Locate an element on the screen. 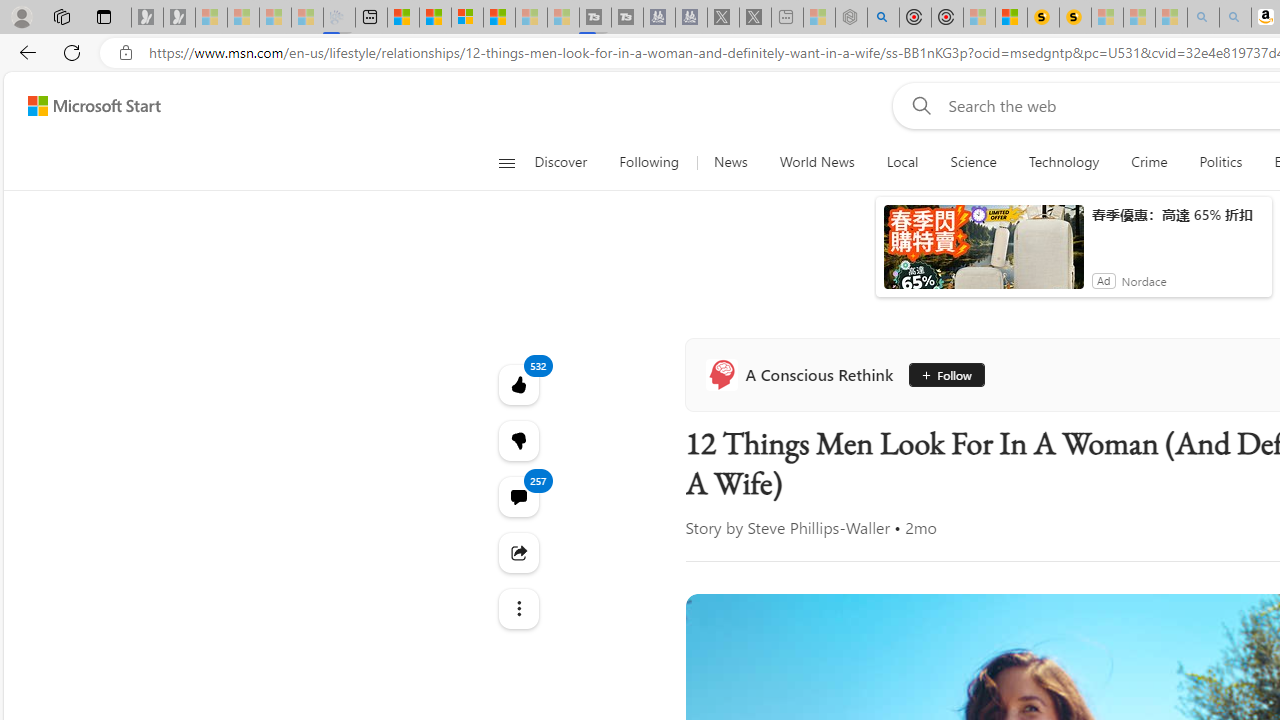  'Skip to footer' is located at coordinates (81, 105).